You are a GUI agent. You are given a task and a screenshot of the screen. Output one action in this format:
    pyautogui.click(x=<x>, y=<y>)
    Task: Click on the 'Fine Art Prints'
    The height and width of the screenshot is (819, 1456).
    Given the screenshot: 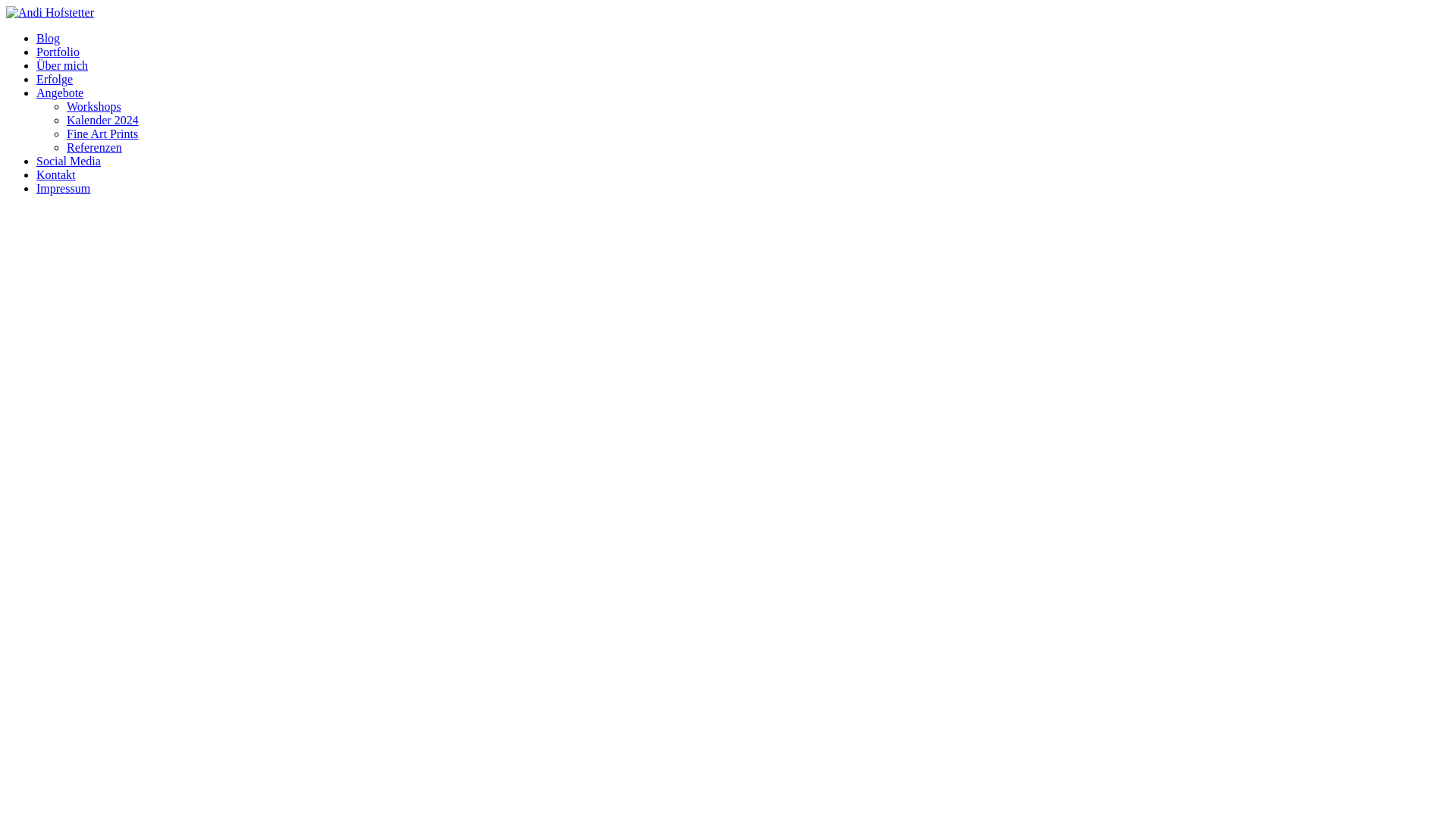 What is the action you would take?
    pyautogui.click(x=65, y=133)
    